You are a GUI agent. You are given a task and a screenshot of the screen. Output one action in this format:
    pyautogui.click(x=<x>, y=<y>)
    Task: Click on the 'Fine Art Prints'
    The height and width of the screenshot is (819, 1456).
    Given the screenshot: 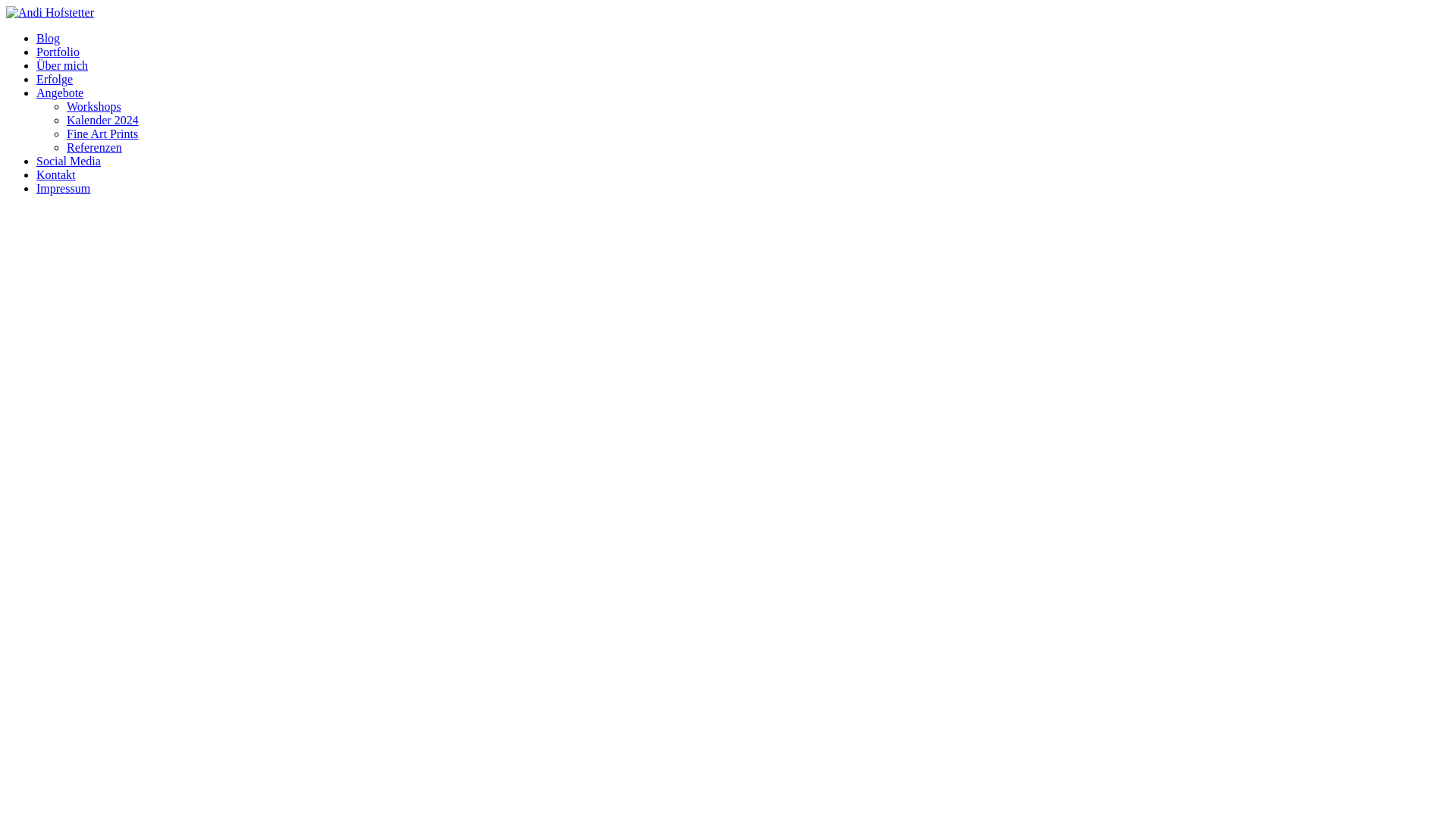 What is the action you would take?
    pyautogui.click(x=65, y=133)
    